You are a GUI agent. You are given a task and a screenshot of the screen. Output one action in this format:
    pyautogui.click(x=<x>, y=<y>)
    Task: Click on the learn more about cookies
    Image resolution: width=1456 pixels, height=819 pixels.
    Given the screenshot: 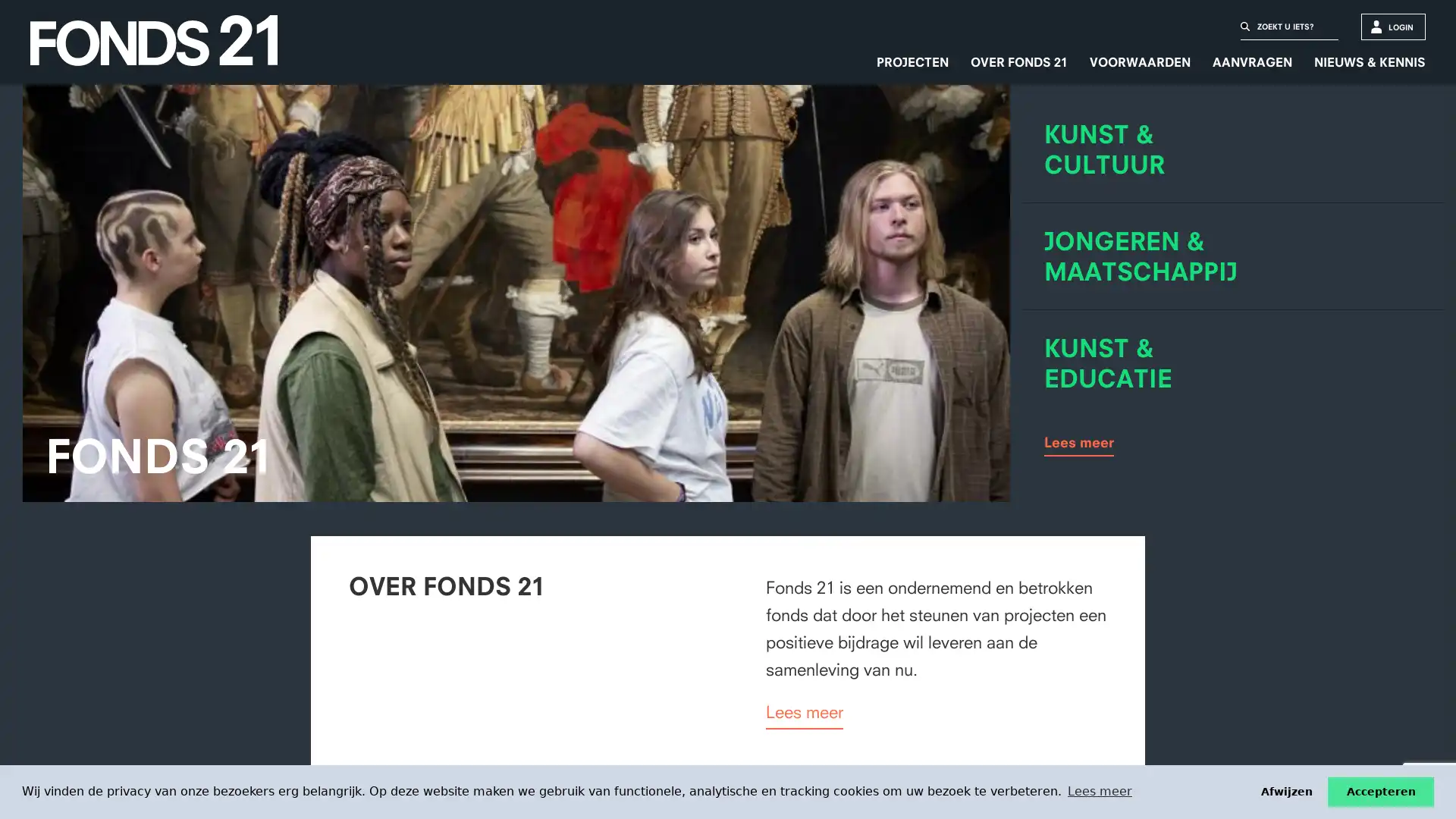 What is the action you would take?
    pyautogui.click(x=1099, y=791)
    